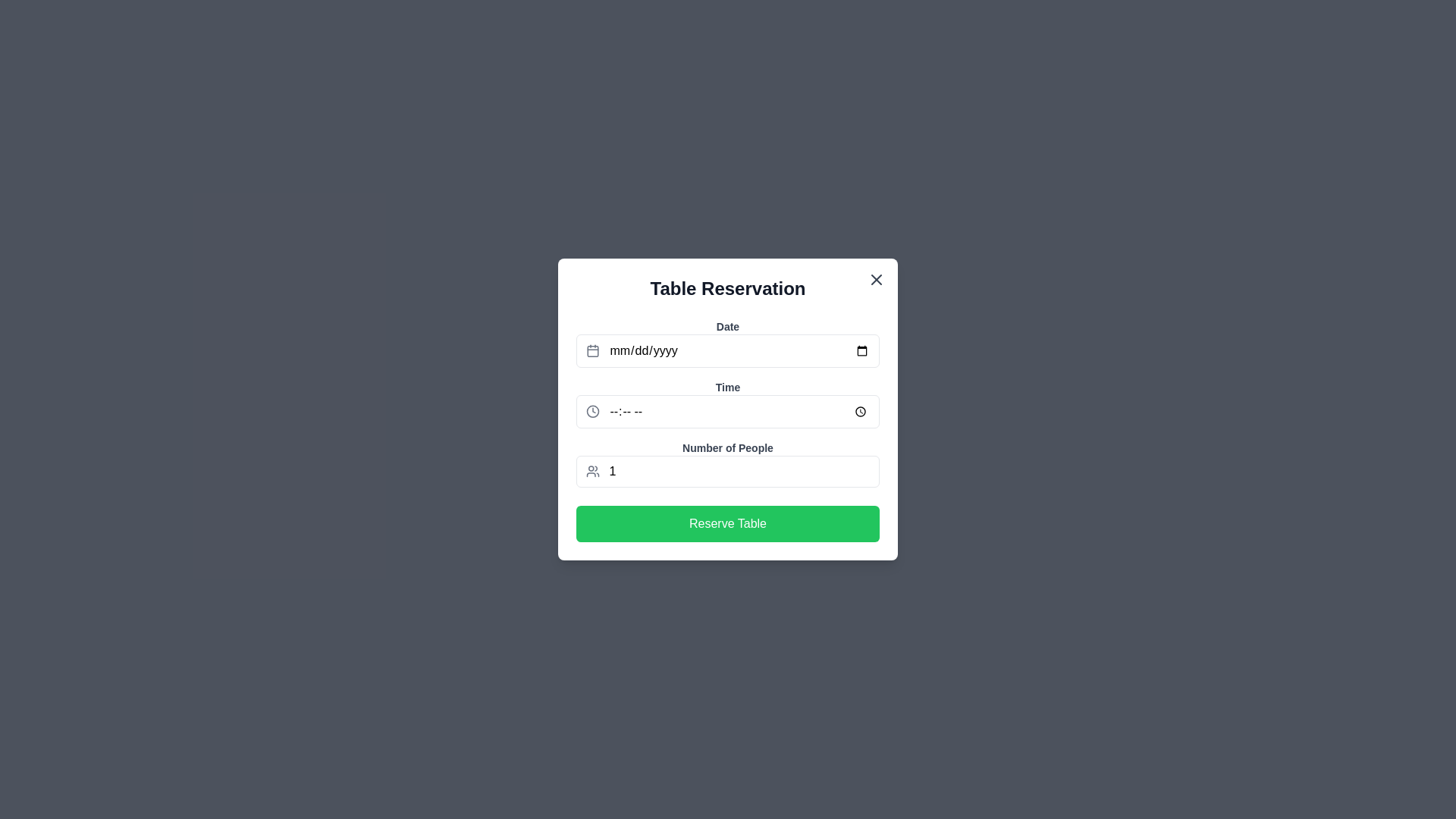 The height and width of the screenshot is (819, 1456). I want to click on text label 'Number of People', which is styled in bold dark gray against a white background, located at the center of the modal above the number input field, so click(728, 447).